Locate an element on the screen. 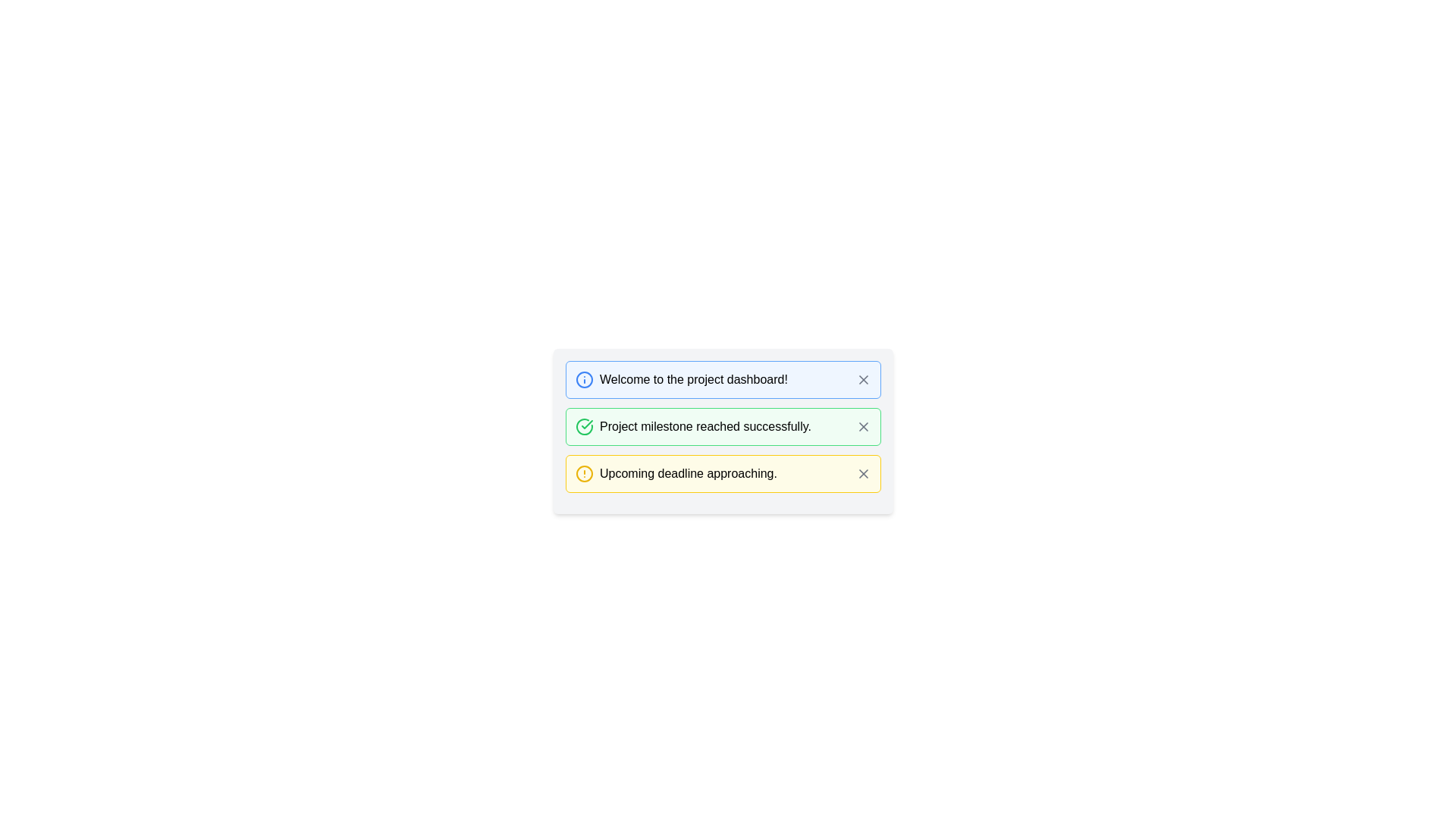 The height and width of the screenshot is (819, 1456). the text label with a yellow warning icon that indicates 'Upcoming deadline approaching', located in the third card of the notification series is located at coordinates (676, 472).